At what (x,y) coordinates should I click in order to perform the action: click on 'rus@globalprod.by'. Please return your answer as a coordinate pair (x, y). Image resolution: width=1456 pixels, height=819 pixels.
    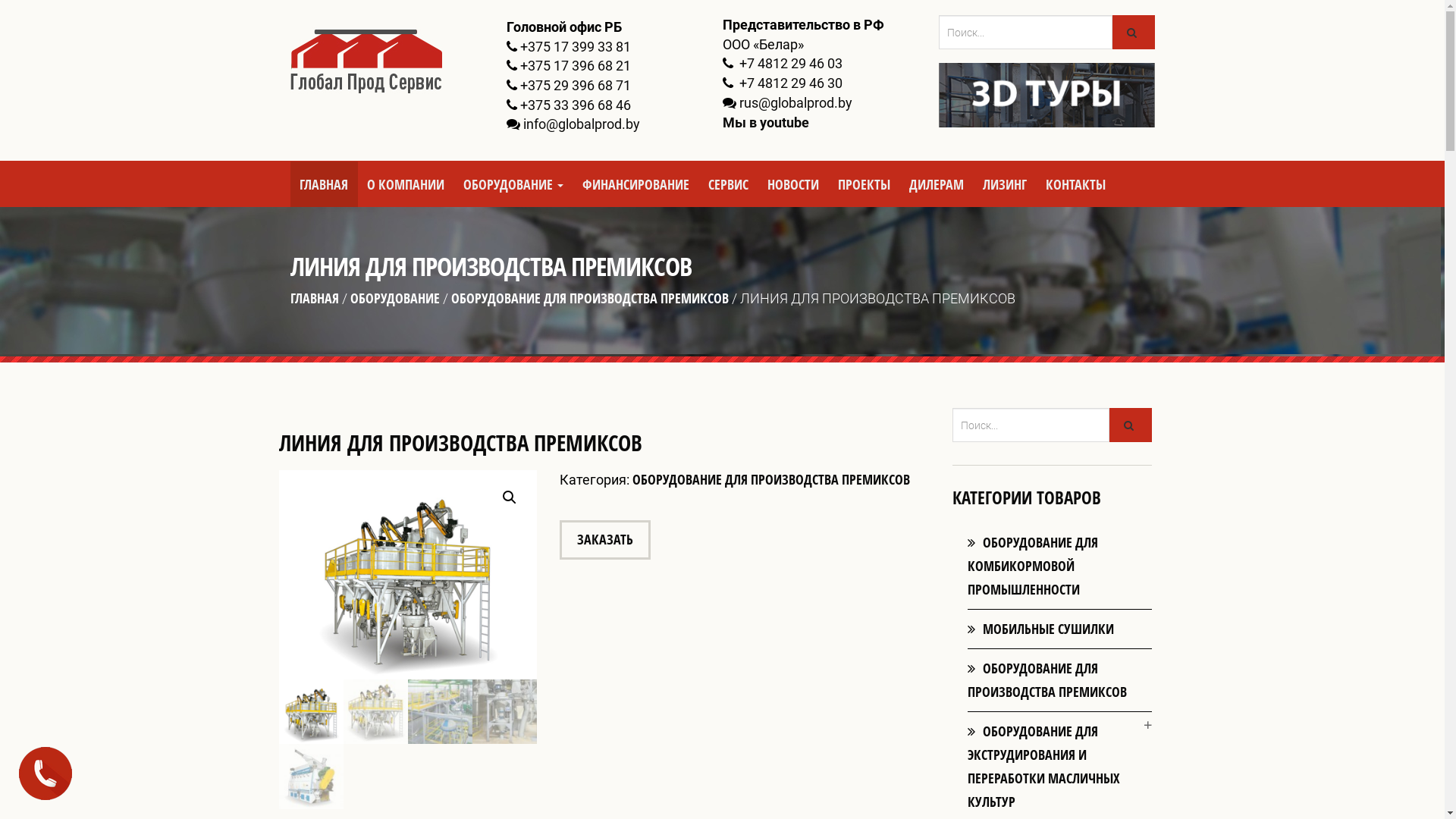
    Looking at the image, I should click on (794, 102).